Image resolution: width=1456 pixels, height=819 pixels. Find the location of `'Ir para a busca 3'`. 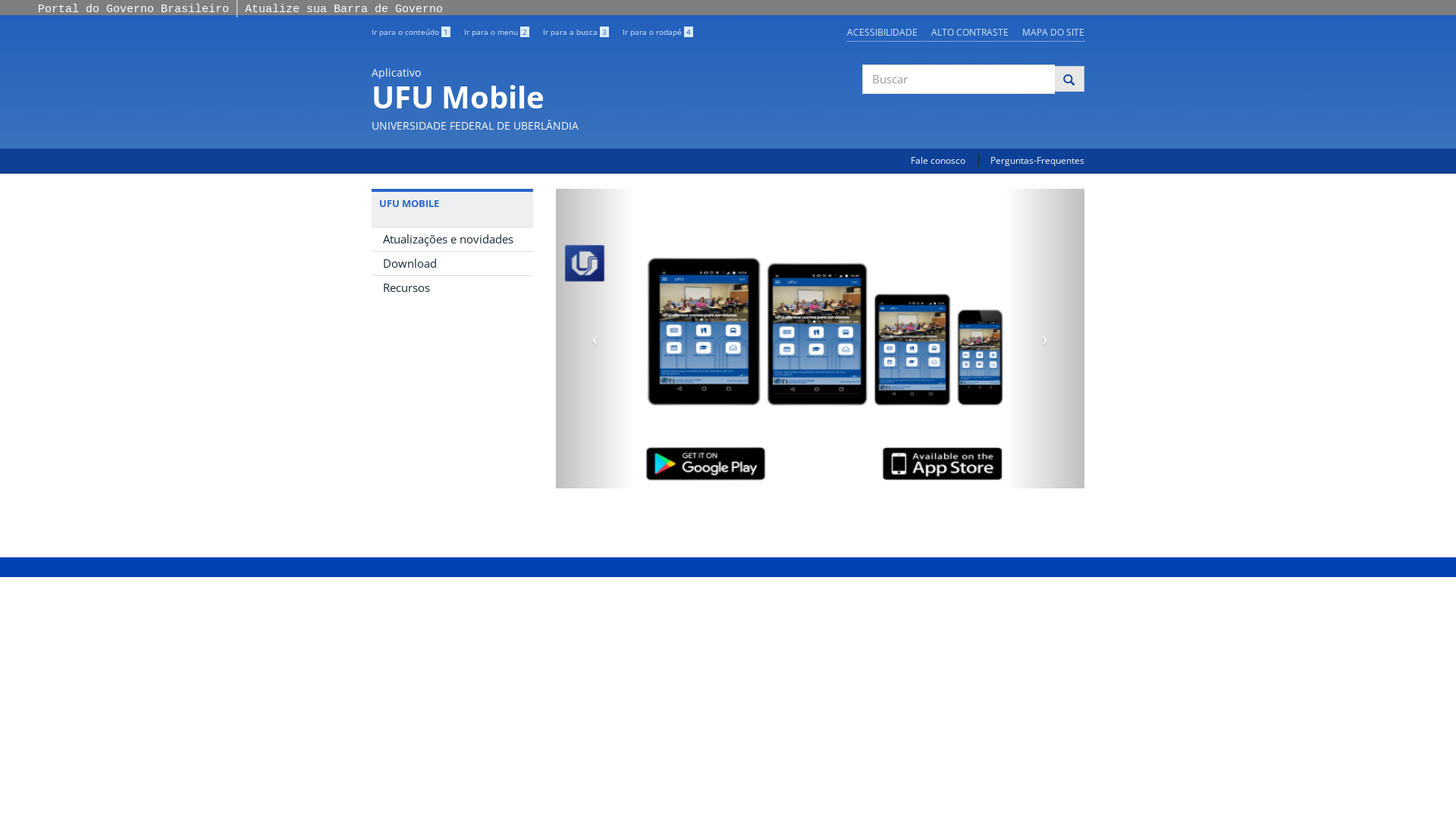

'Ir para a busca 3' is located at coordinates (575, 32).